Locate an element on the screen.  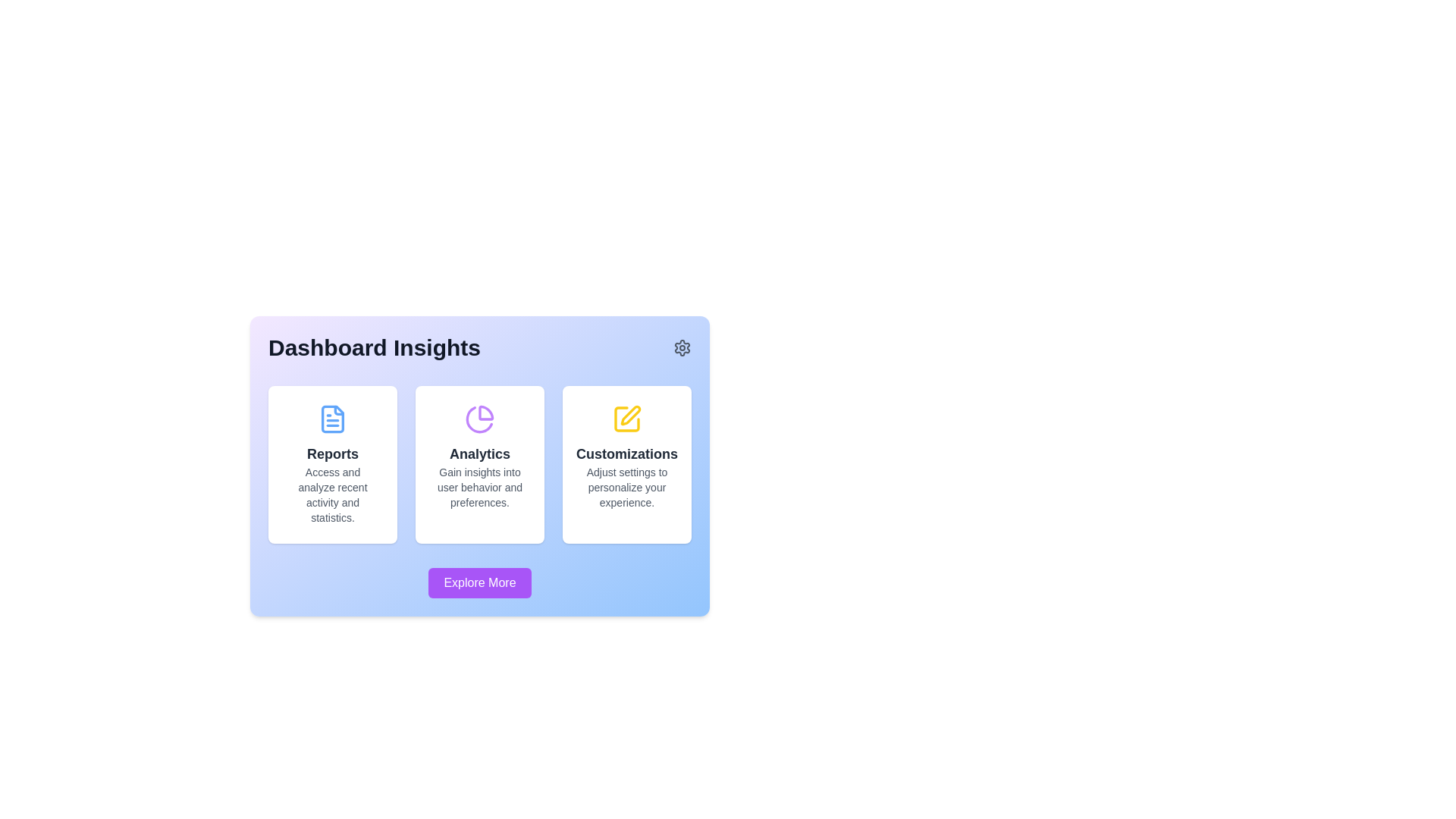
the settings icon located at the top-right corner of the 'Dashboard Insights' card, which signifies the option to customize or alter settings is located at coordinates (682, 348).